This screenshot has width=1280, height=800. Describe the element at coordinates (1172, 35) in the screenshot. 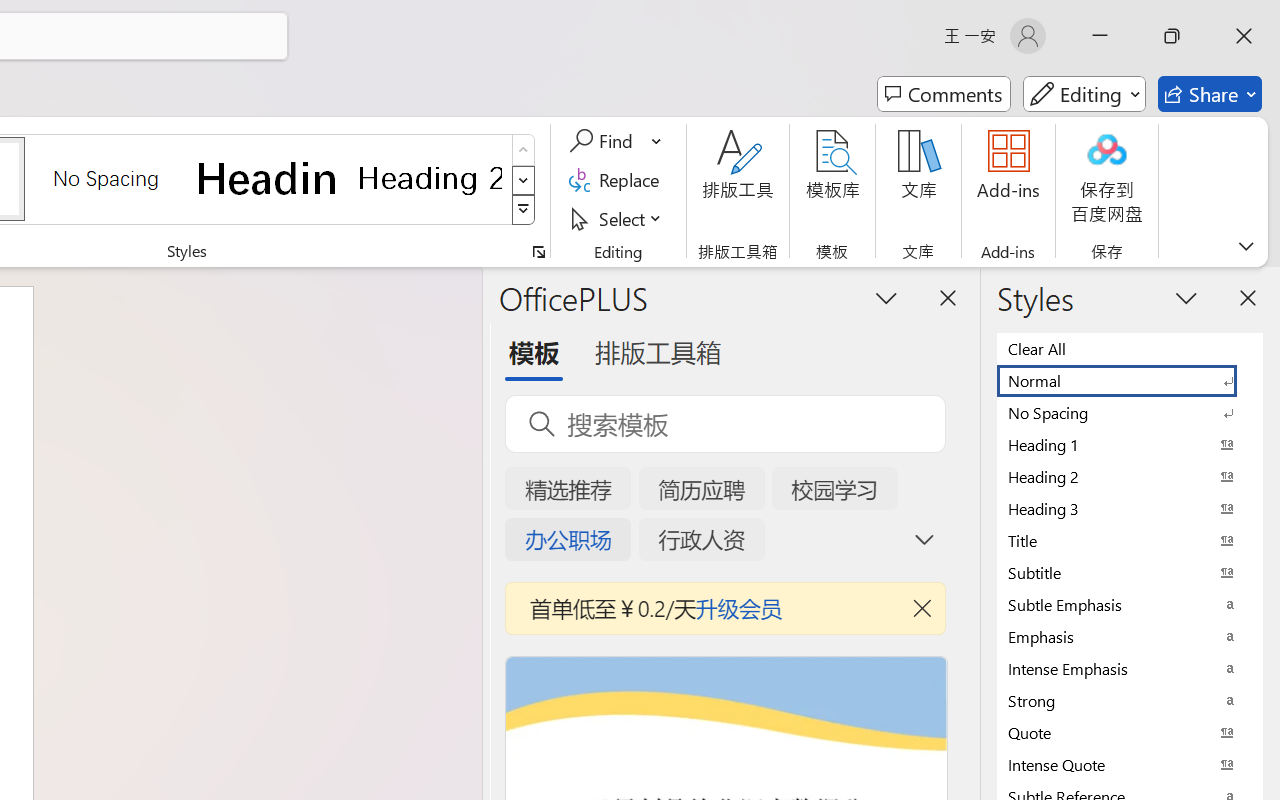

I see `'Restore Down'` at that location.